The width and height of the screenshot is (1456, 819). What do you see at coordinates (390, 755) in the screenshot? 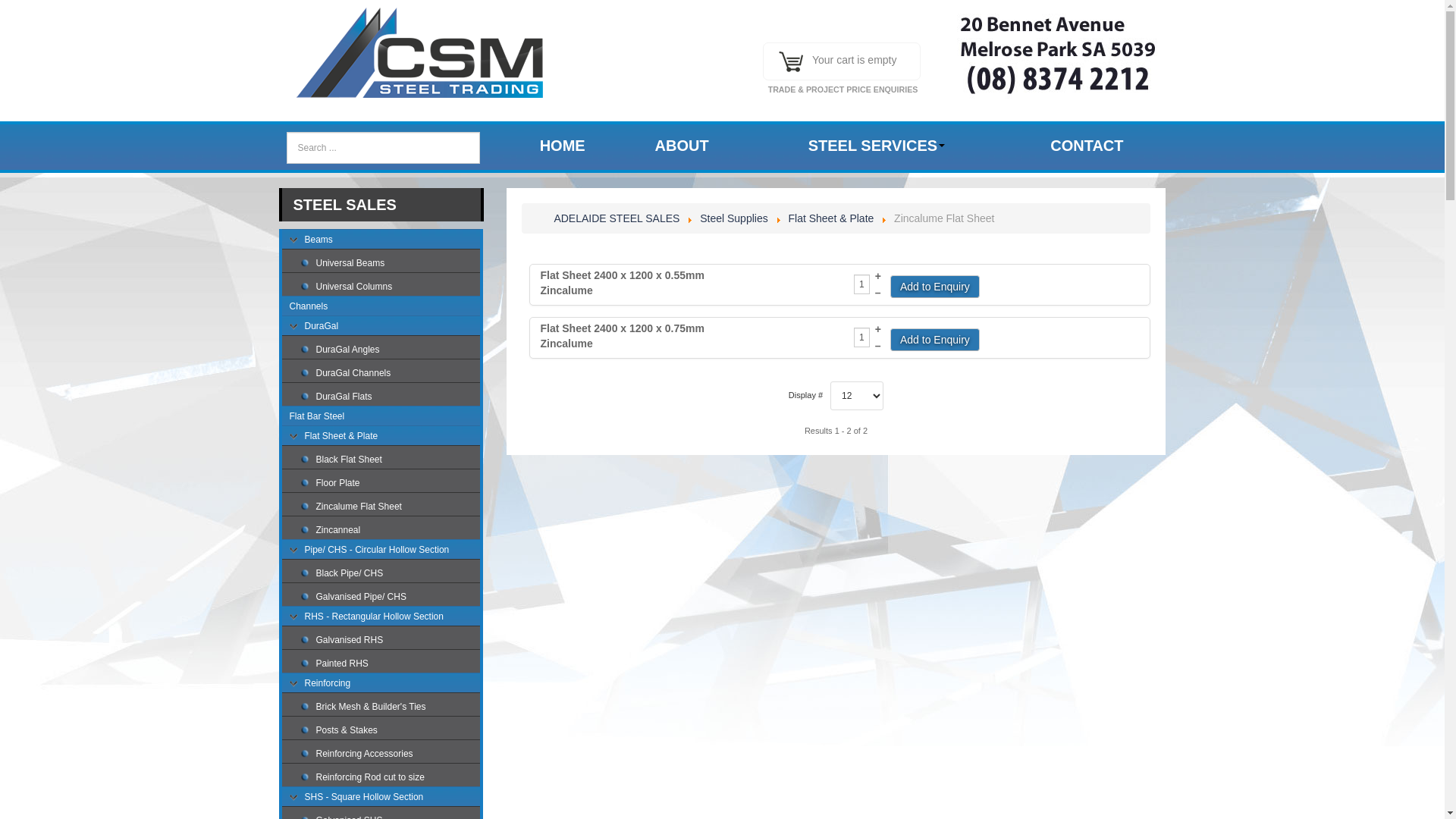
I see `'Reinforcing Accessories'` at bounding box center [390, 755].